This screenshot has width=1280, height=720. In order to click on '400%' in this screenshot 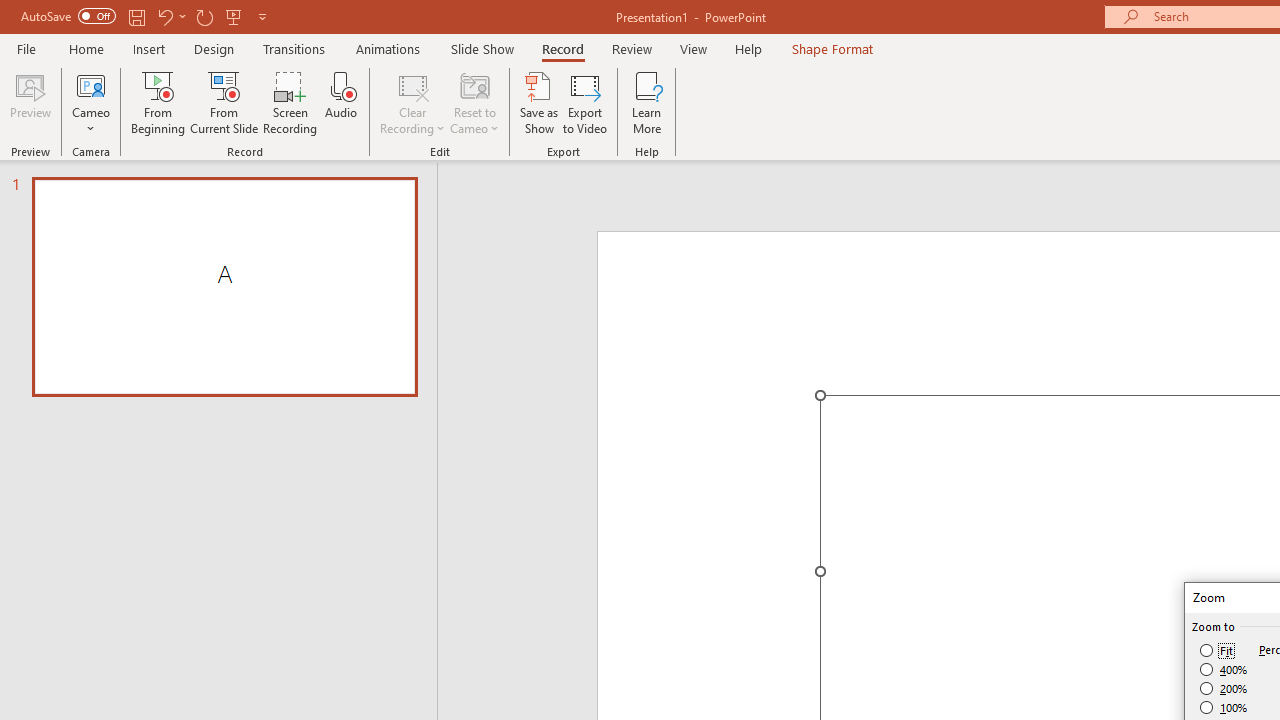, I will do `click(1223, 669)`.